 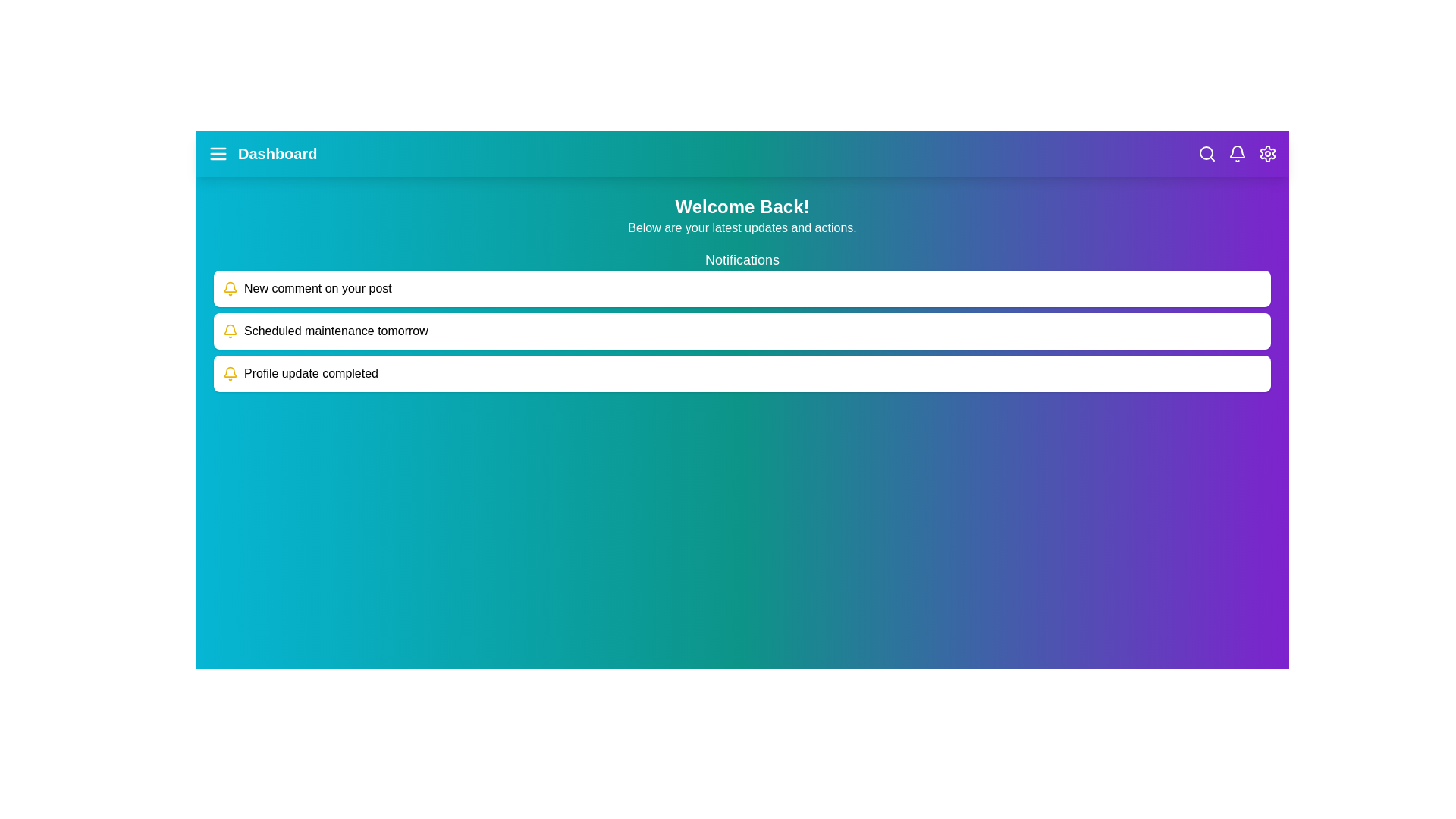 I want to click on the search icon to activate the search functionality, so click(x=1207, y=154).